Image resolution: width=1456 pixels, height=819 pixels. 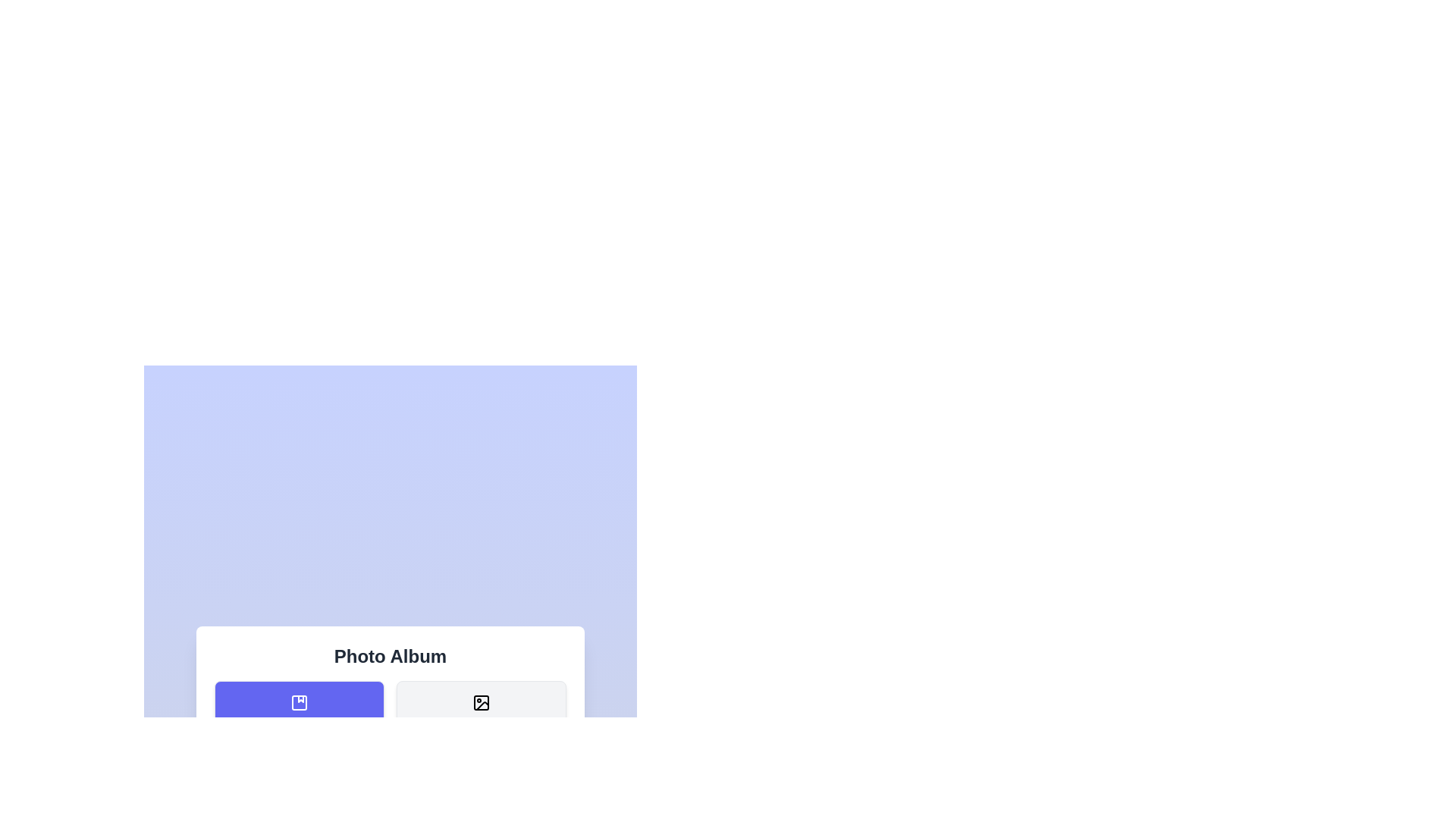 What do you see at coordinates (480, 714) in the screenshot?
I see `the Photos button to navigate to the corresponding tab` at bounding box center [480, 714].